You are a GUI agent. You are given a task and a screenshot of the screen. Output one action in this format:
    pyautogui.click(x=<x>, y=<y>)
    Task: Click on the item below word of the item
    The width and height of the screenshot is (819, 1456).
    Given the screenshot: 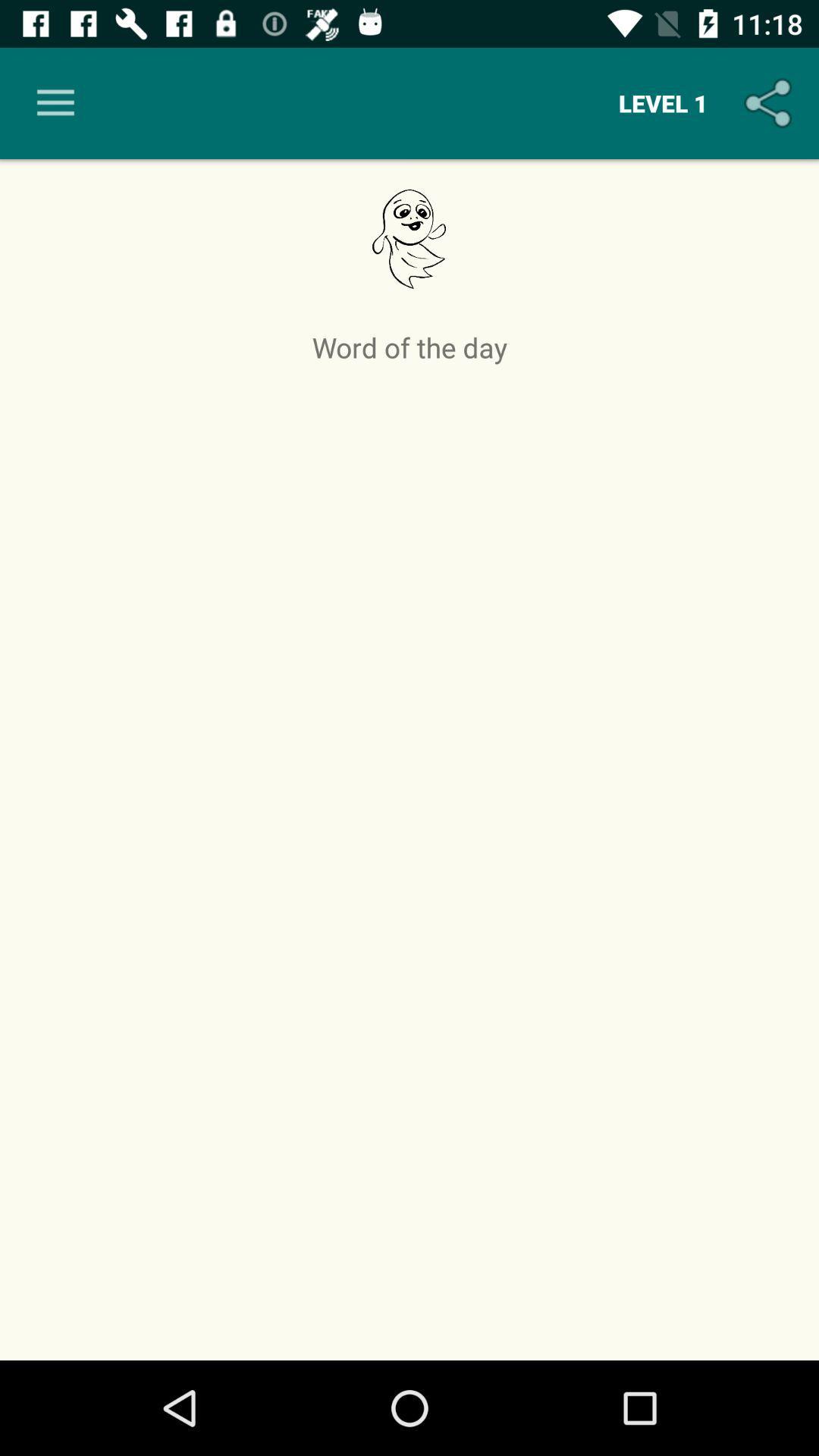 What is the action you would take?
    pyautogui.click(x=409, y=858)
    